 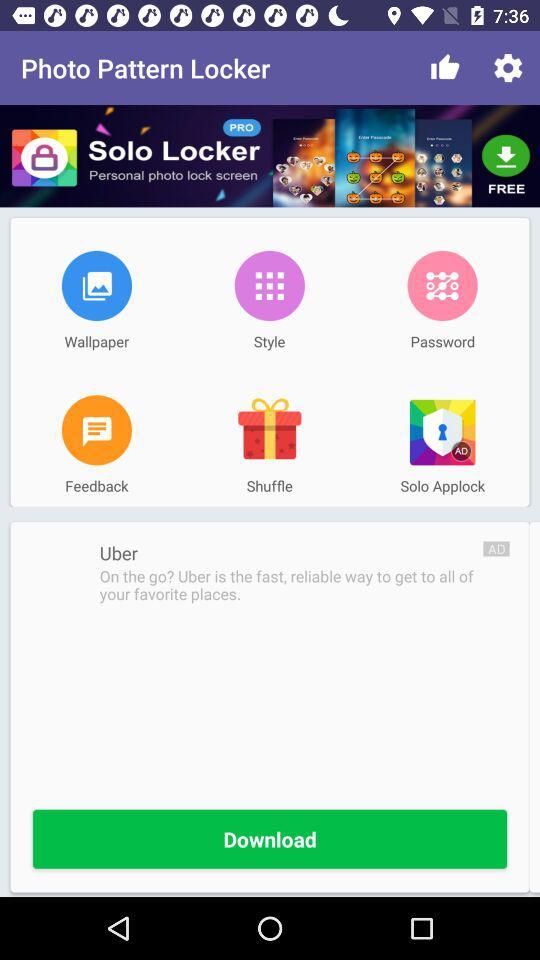 I want to click on icon to the left of solo applock, so click(x=269, y=430).